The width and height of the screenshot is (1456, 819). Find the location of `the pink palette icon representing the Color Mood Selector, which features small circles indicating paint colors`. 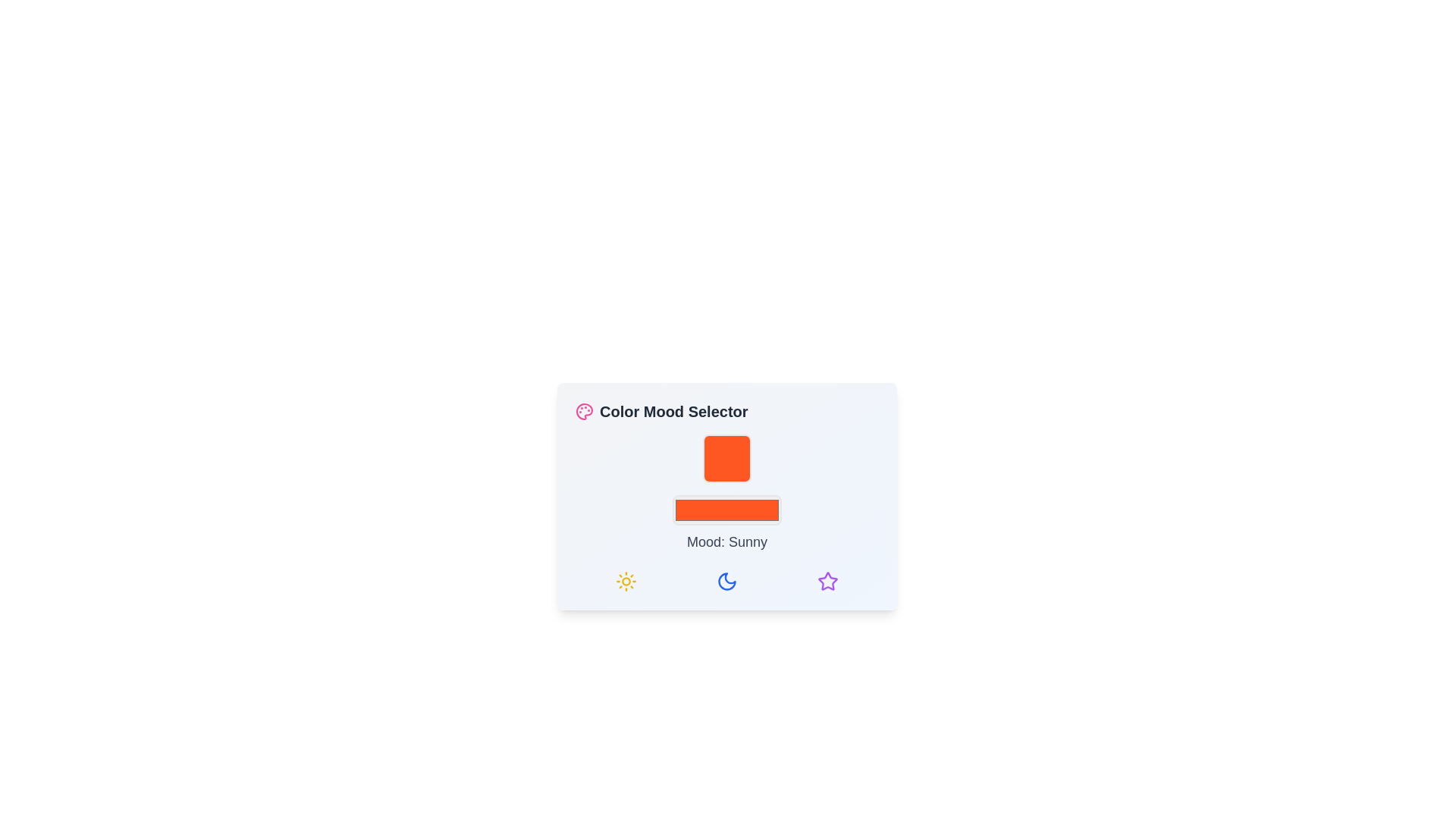

the pink palette icon representing the Color Mood Selector, which features small circles indicating paint colors is located at coordinates (584, 412).